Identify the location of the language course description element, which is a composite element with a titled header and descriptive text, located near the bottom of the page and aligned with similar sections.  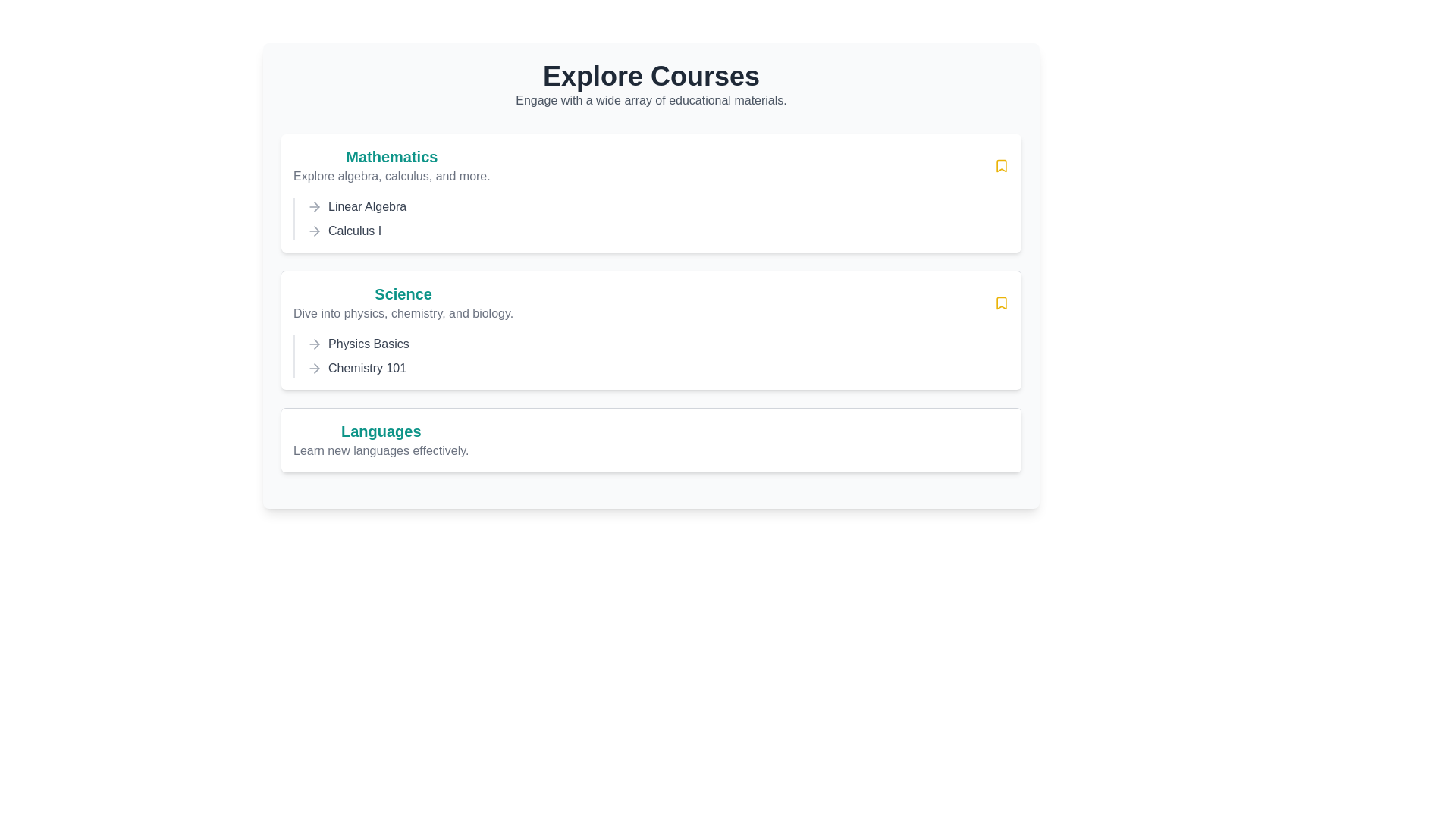
(381, 441).